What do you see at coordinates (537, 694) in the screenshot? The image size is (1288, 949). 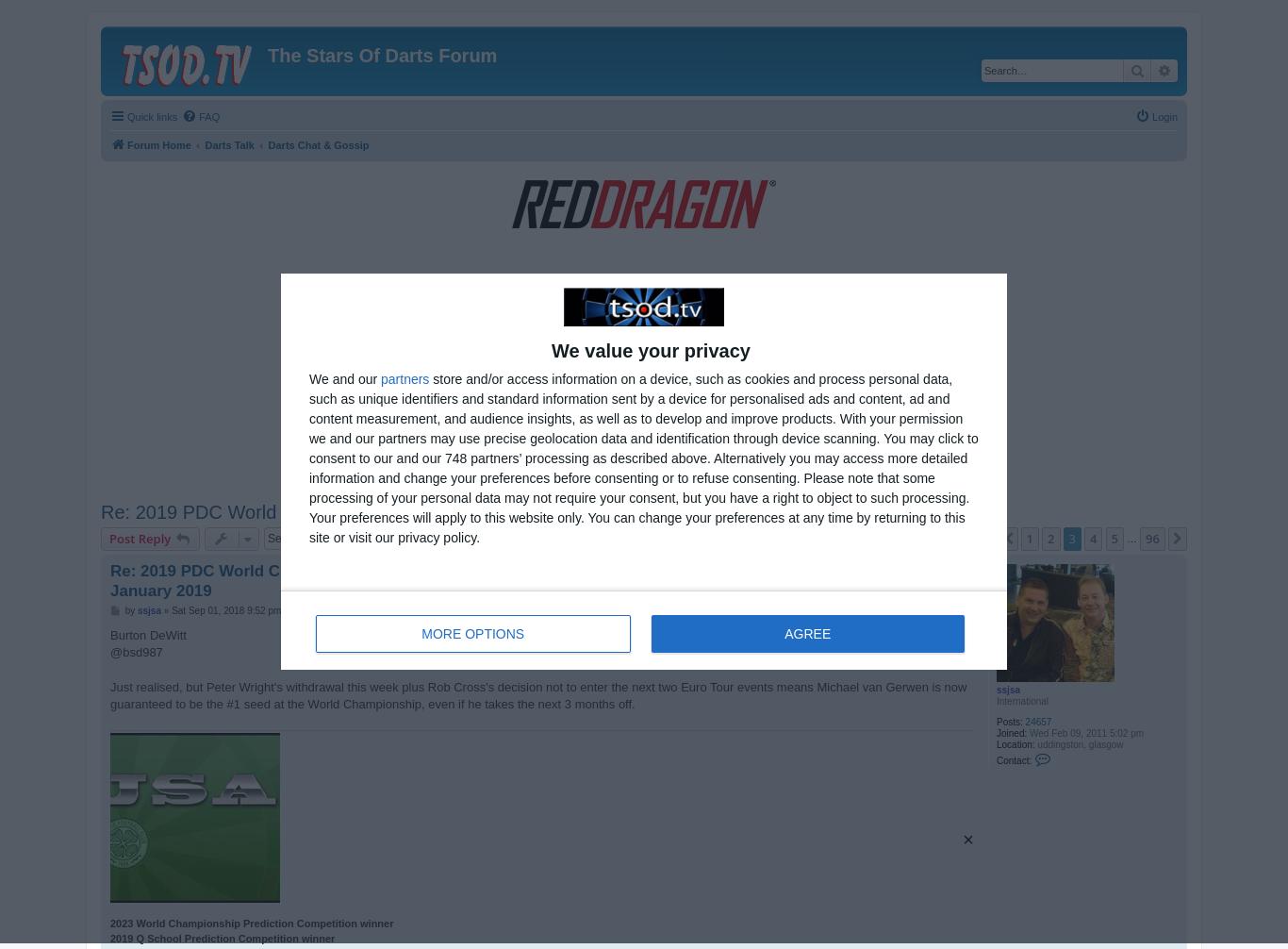 I see `'Just realised, but Peter Wright's withdrawal this week plus Rob Cross's decision not to enter the next two Euro Tour events means Michael van Gerwen is now guaranteed to be the #1 seed at the World Championship, even if he takes the next 3 months off.'` at bounding box center [537, 694].